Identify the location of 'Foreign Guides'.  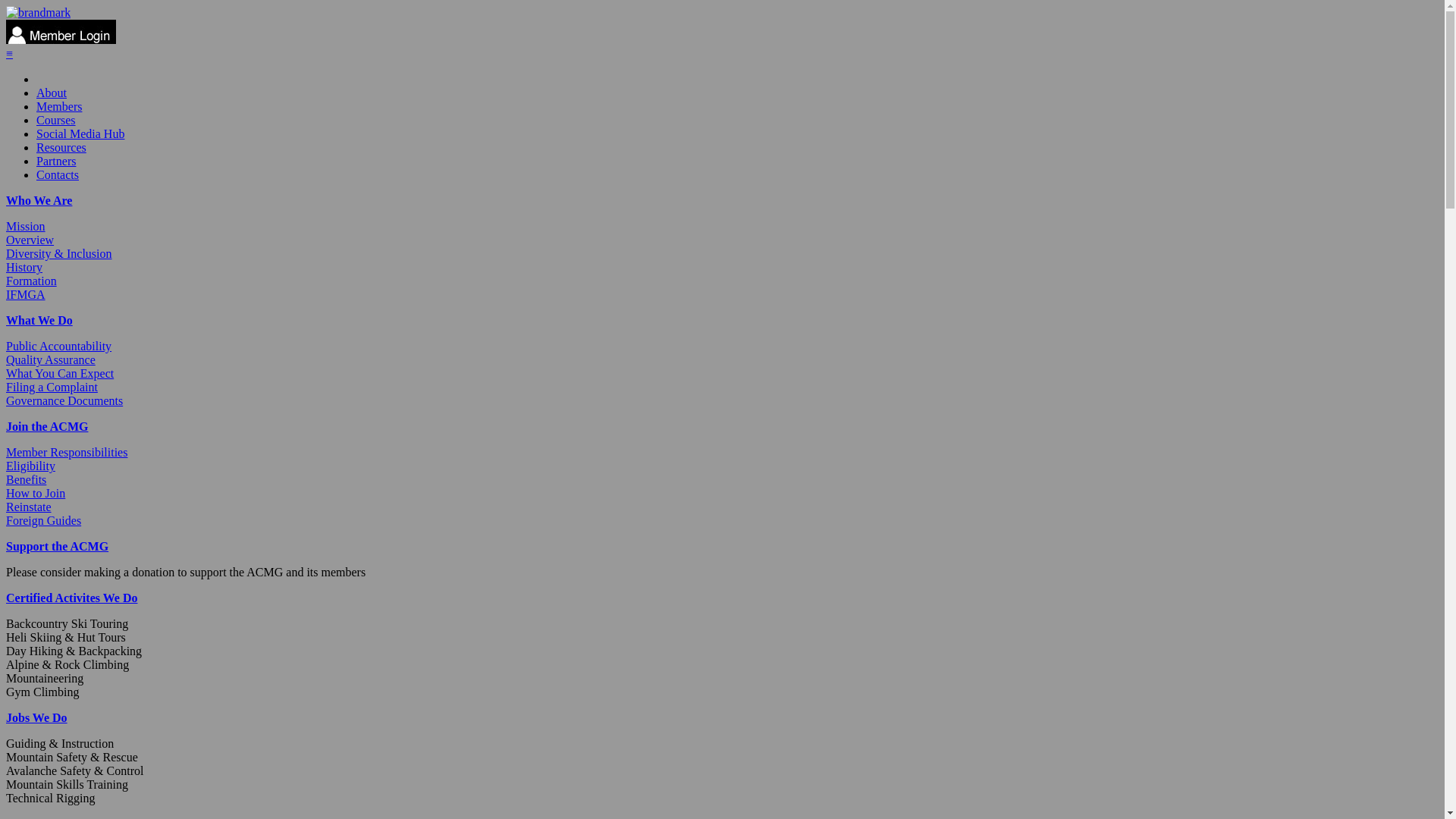
(6, 519).